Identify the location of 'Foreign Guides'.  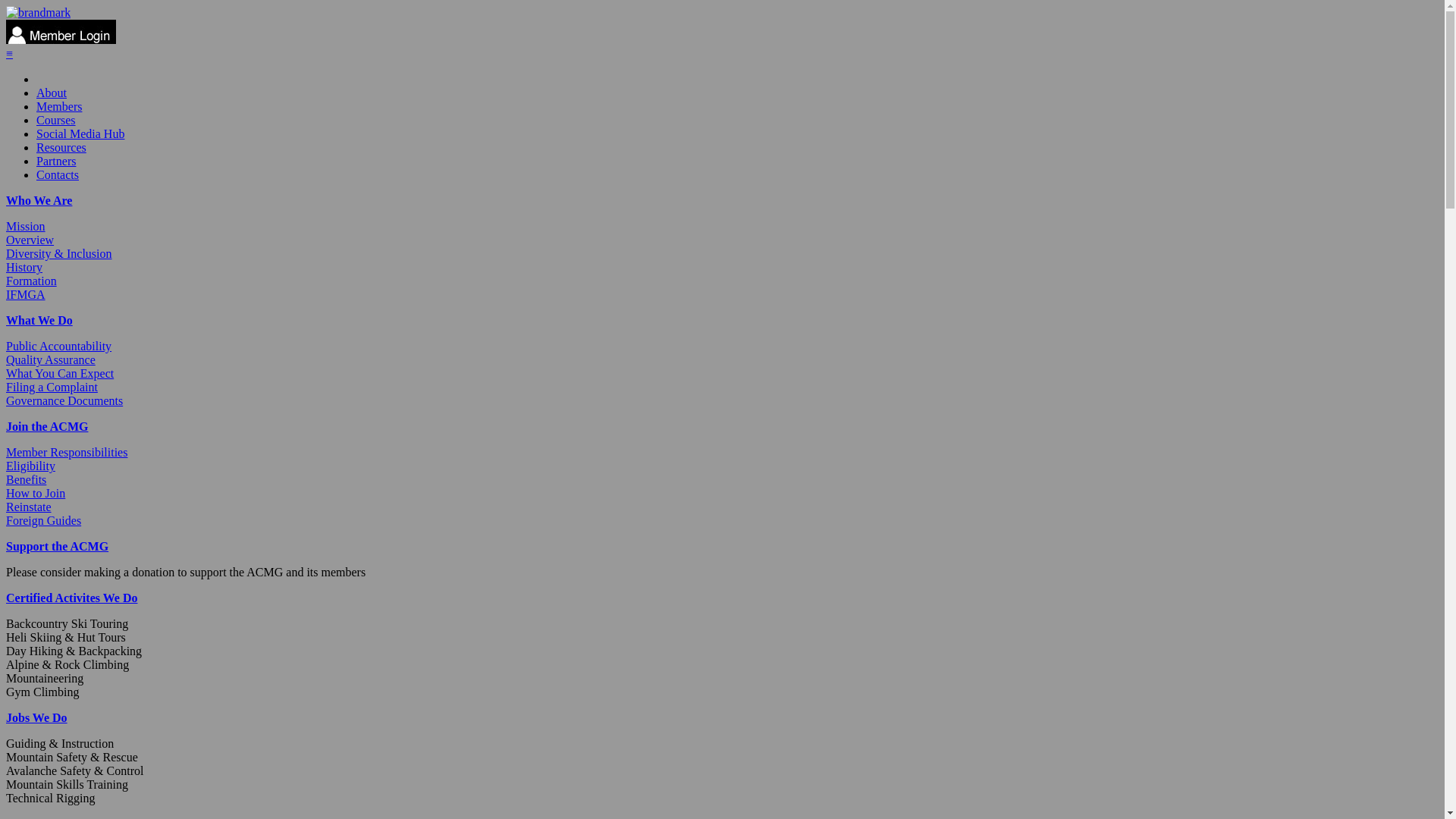
(6, 519).